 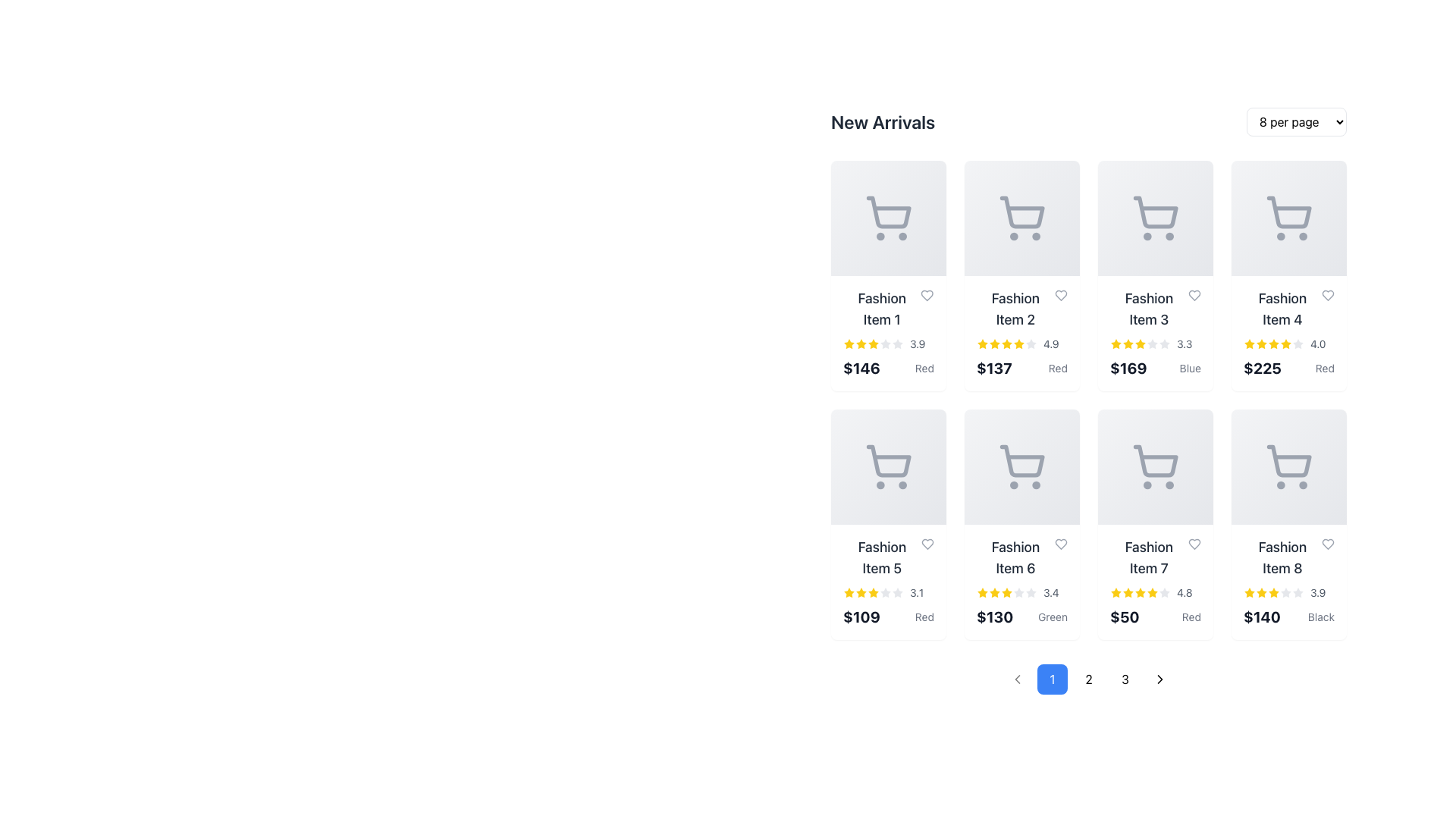 I want to click on the fourth star icon in the product rating system for 'Fashion Item 4', located in the top-right corner of the second row in the product grid, so click(x=1274, y=344).